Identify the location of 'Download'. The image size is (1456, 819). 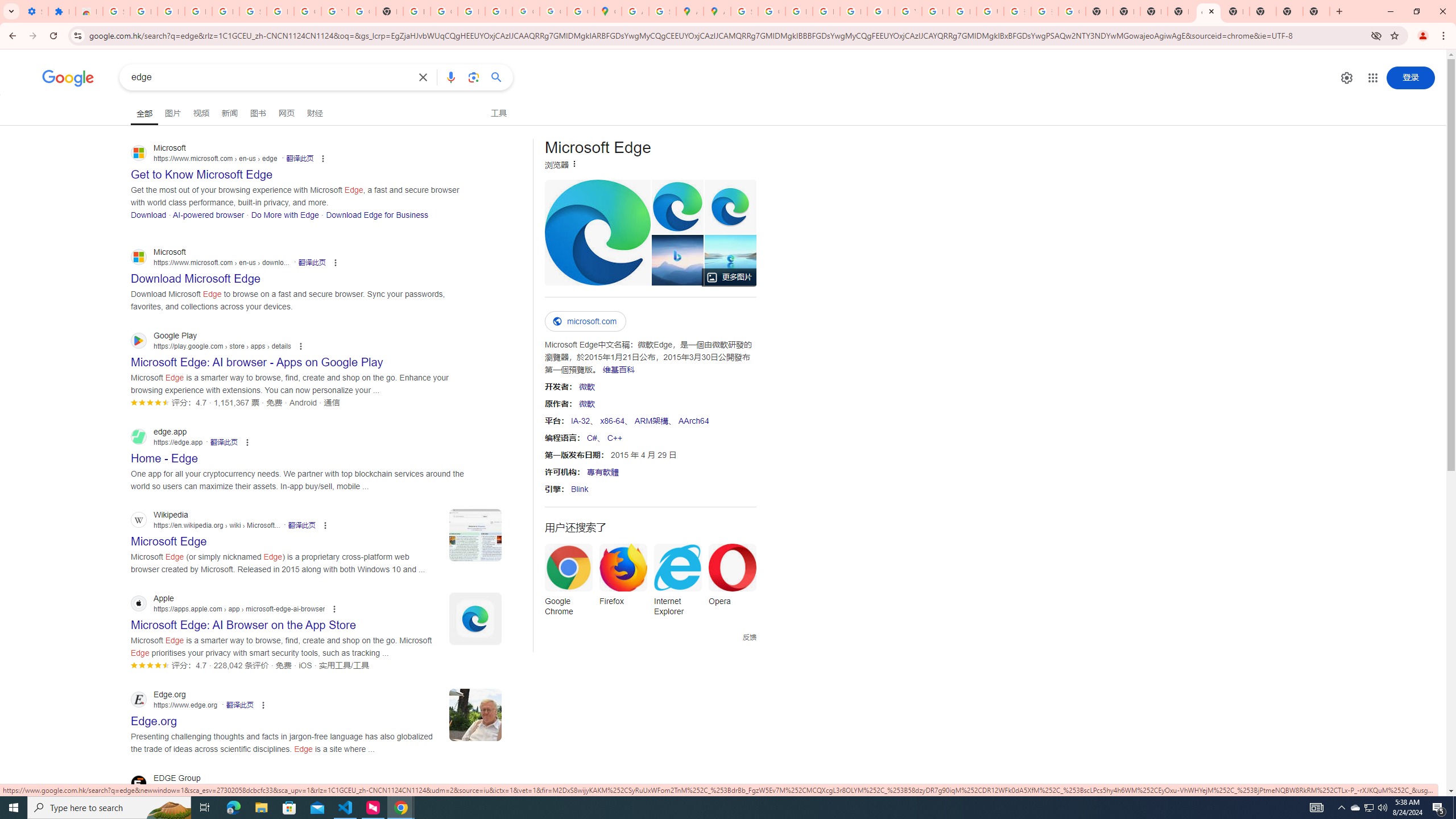
(148, 214).